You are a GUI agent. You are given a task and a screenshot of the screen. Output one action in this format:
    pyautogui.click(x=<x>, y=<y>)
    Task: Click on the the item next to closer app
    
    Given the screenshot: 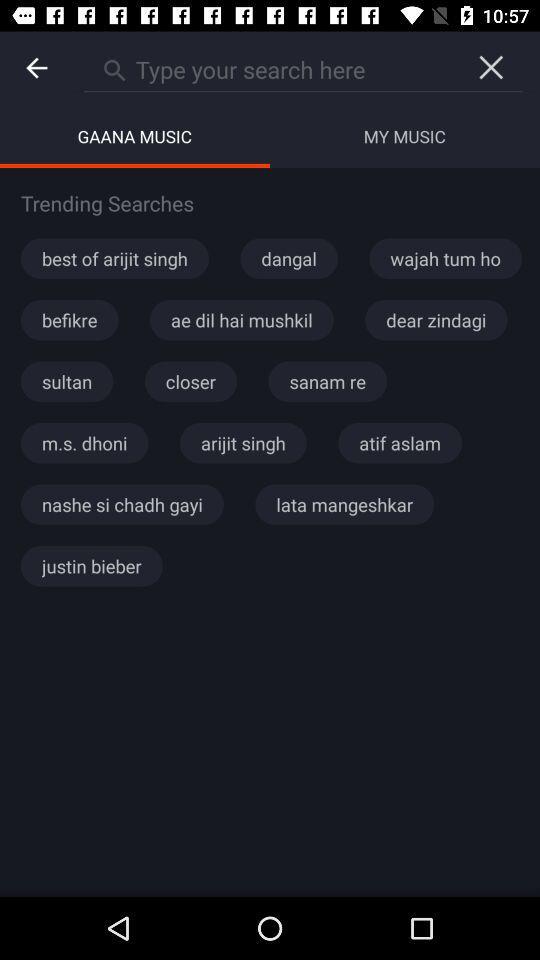 What is the action you would take?
    pyautogui.click(x=67, y=380)
    